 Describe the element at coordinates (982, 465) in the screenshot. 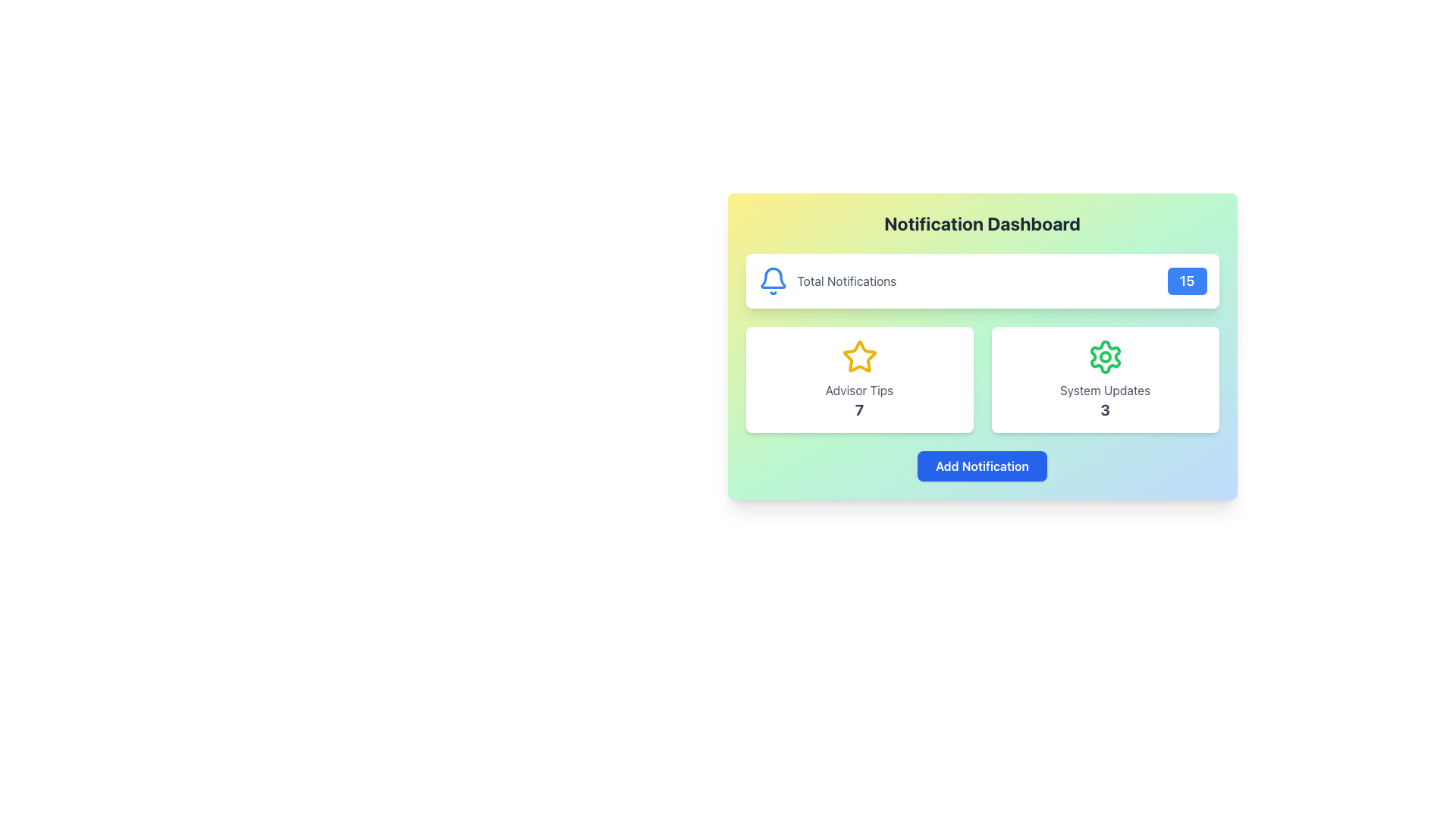

I see `the interactive button located at the bottom-center of the notification dashboard` at that location.